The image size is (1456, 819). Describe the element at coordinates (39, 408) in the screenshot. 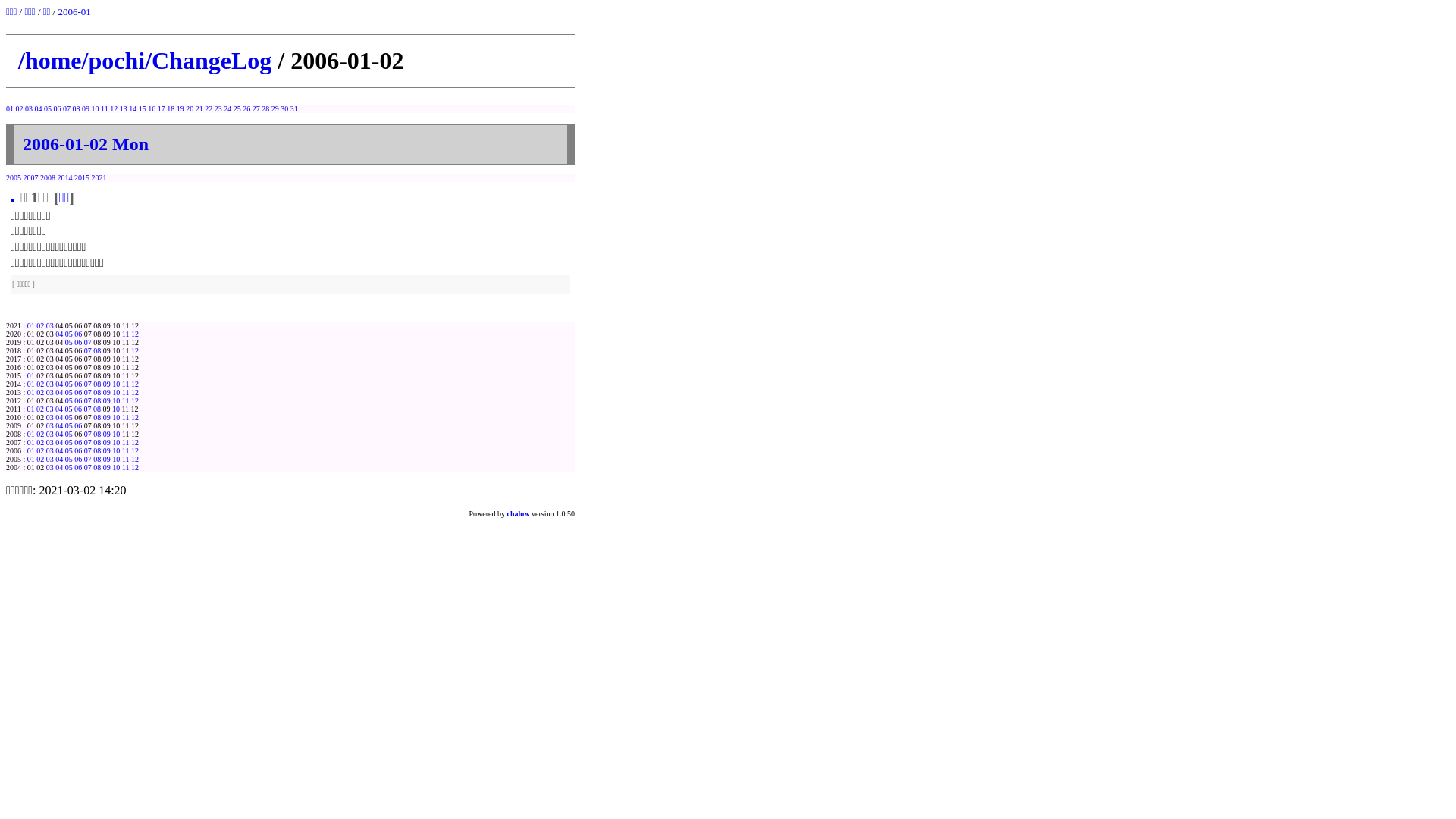

I see `'02'` at that location.